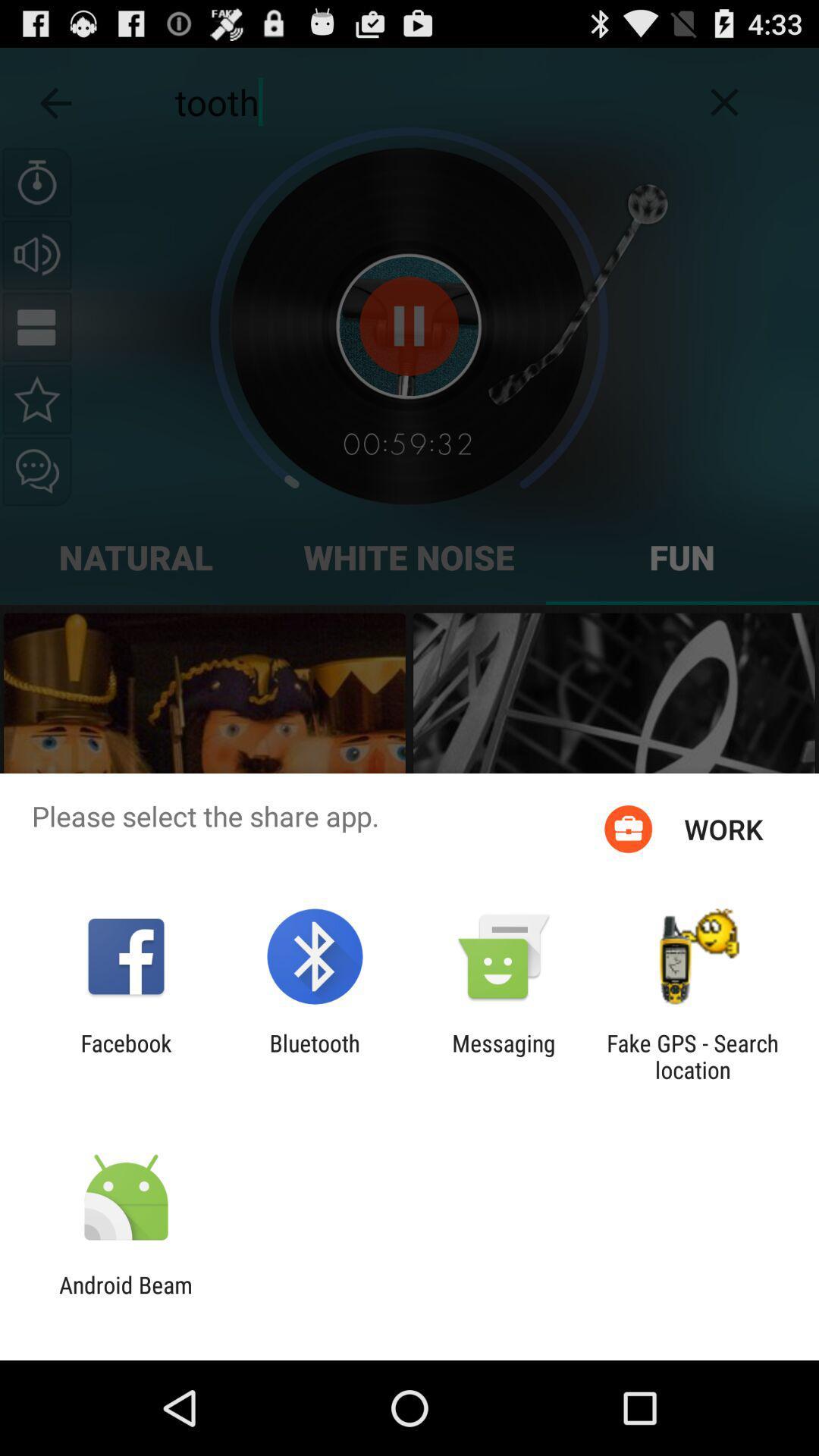  I want to click on the app next to bluetooth app, so click(125, 1056).